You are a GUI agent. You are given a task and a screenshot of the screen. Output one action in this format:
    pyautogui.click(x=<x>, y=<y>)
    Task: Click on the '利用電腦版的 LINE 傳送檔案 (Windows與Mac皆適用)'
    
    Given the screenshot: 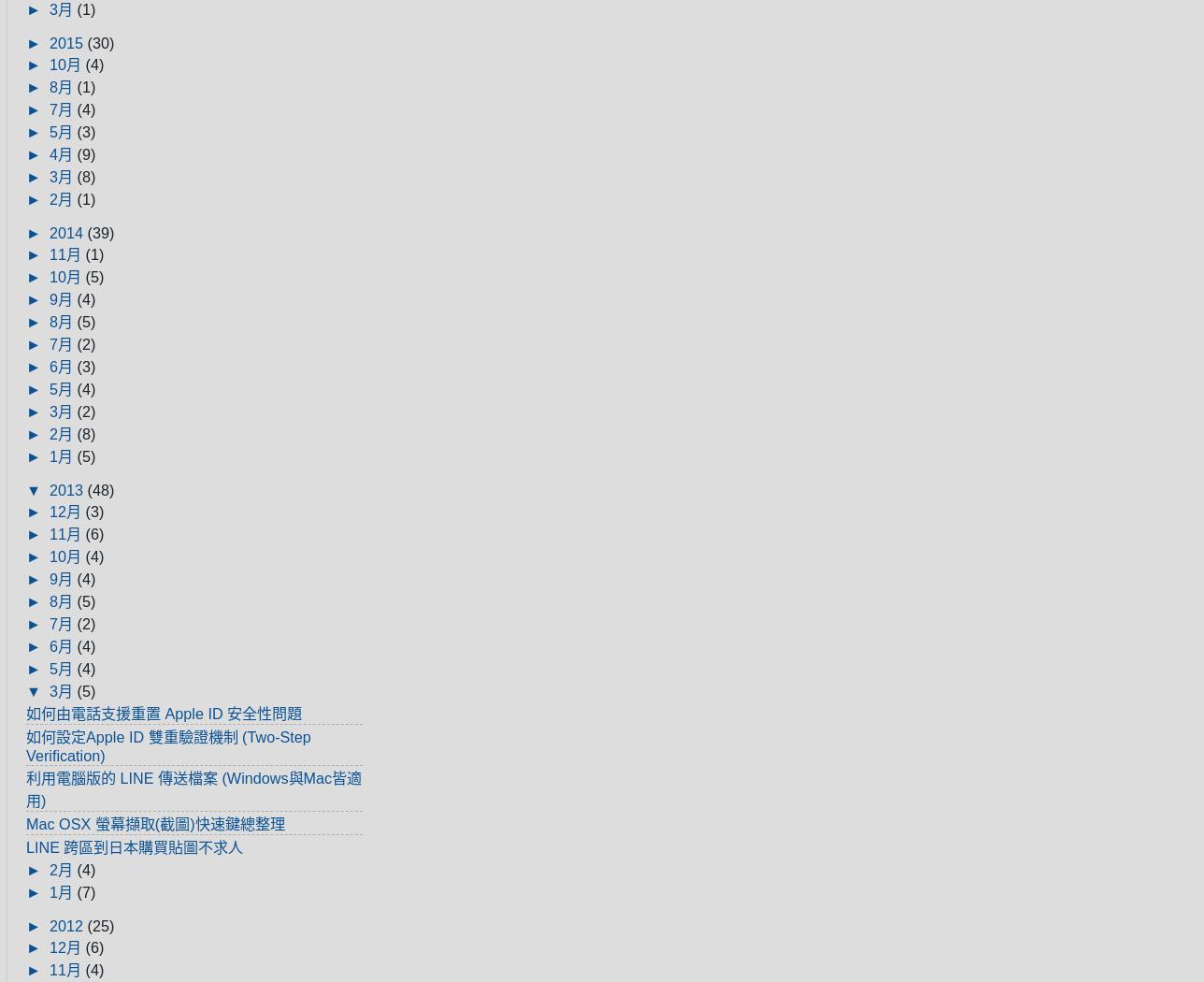 What is the action you would take?
    pyautogui.click(x=193, y=788)
    